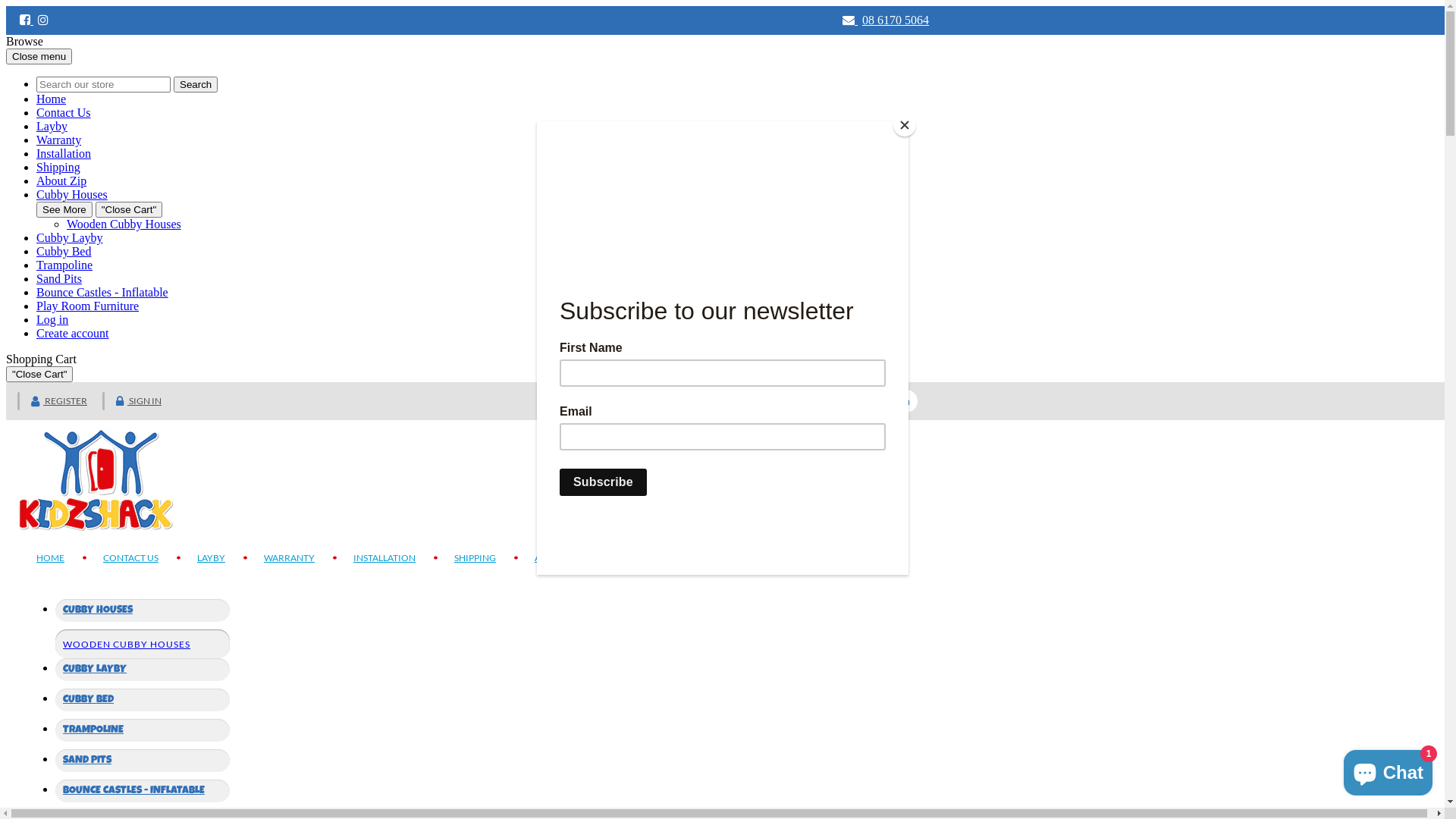 The height and width of the screenshot is (819, 1456). What do you see at coordinates (50, 557) in the screenshot?
I see `'HOME'` at bounding box center [50, 557].